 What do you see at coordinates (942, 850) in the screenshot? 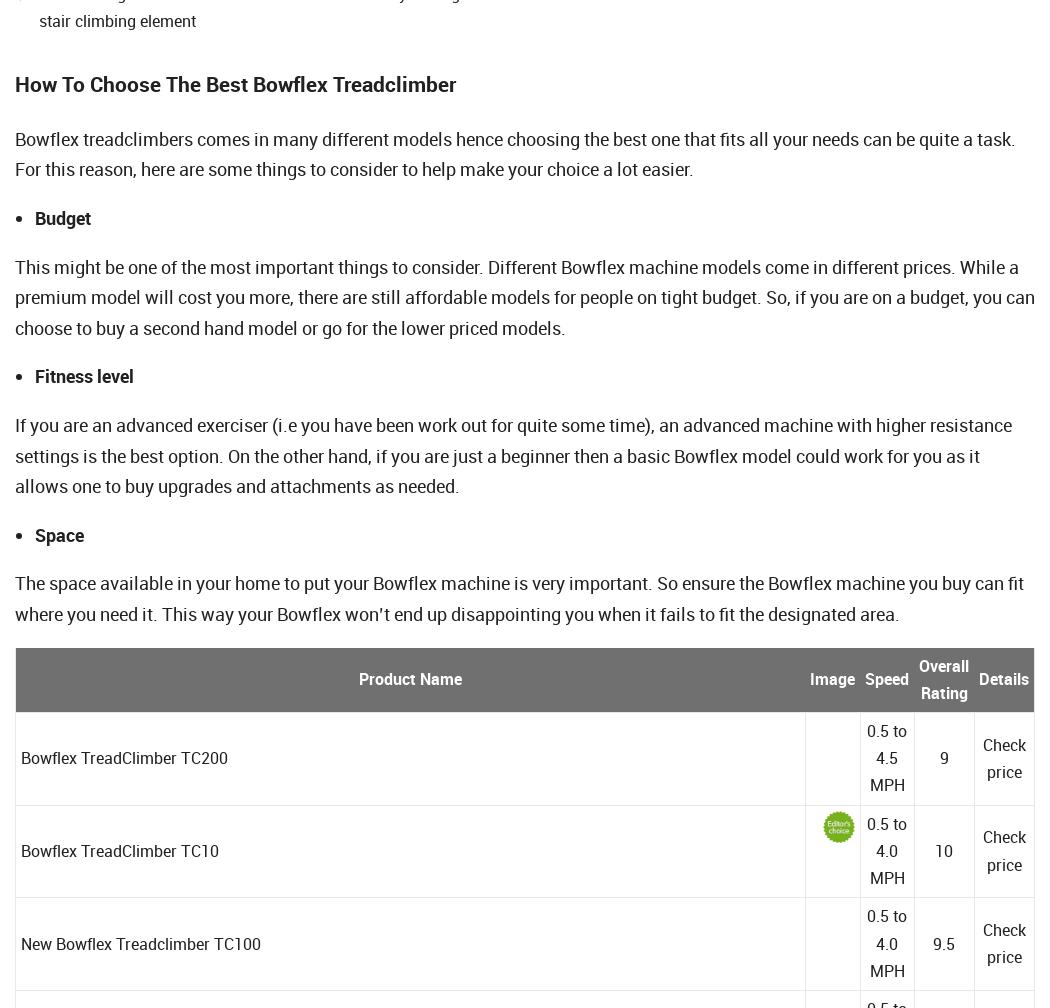
I see `'10'` at bounding box center [942, 850].